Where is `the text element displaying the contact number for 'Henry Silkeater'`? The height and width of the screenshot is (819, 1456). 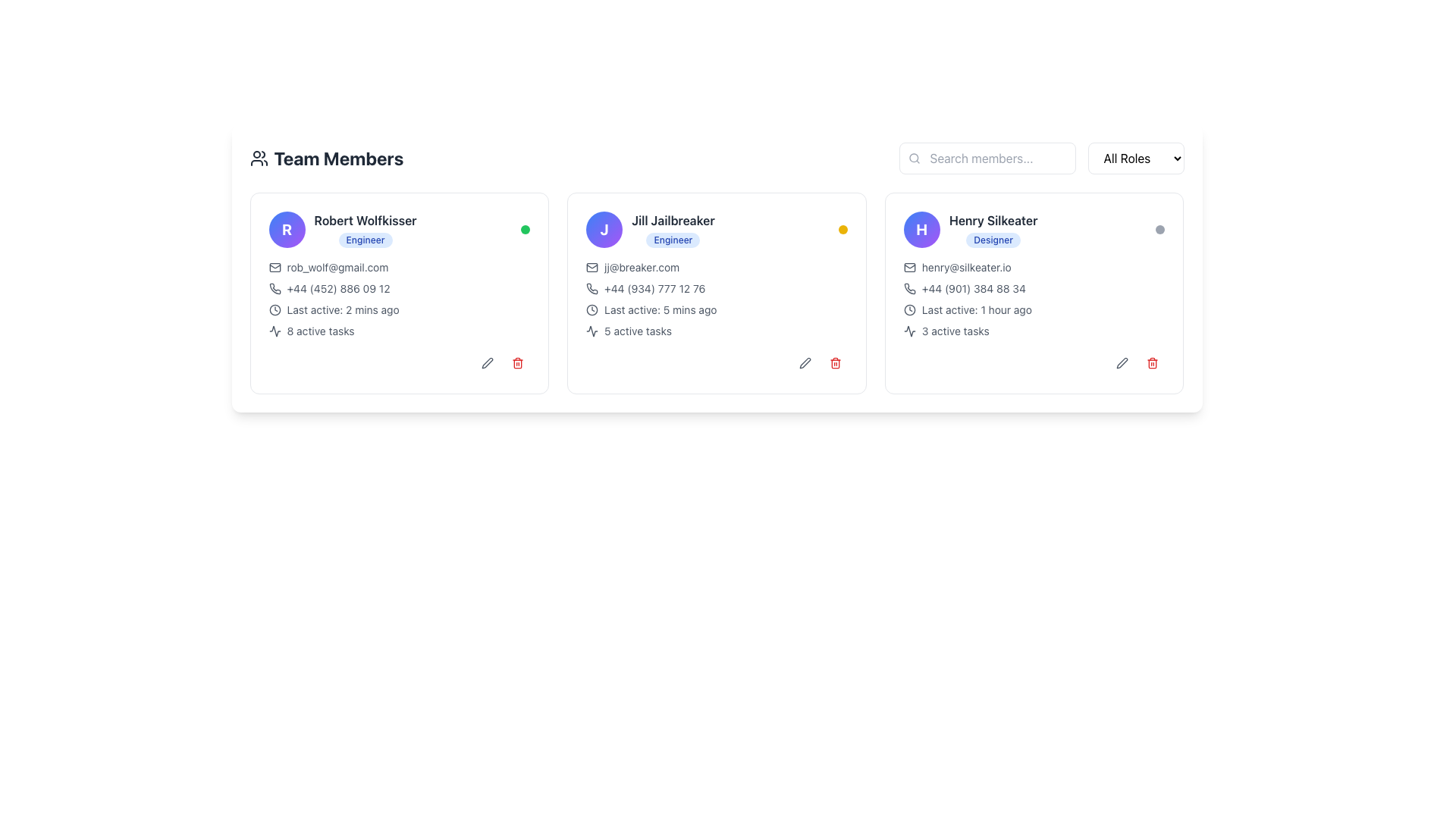
the text element displaying the contact number for 'Henry Silkeater' is located at coordinates (974, 289).